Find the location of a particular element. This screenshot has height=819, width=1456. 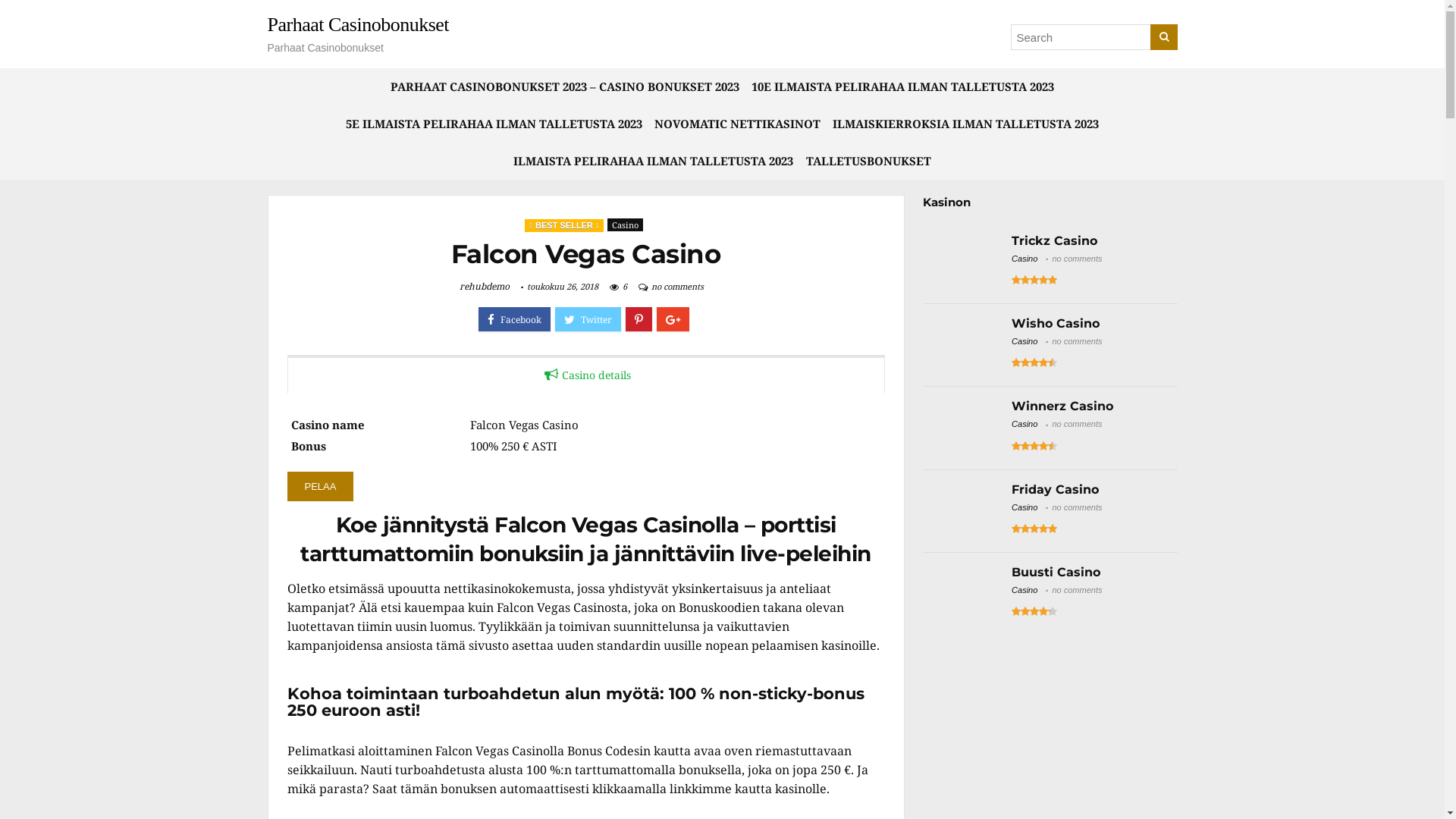

'5E ILMAISTA PELIRAHAA ILMAN TALLETUSTA 2023' is located at coordinates (494, 123).